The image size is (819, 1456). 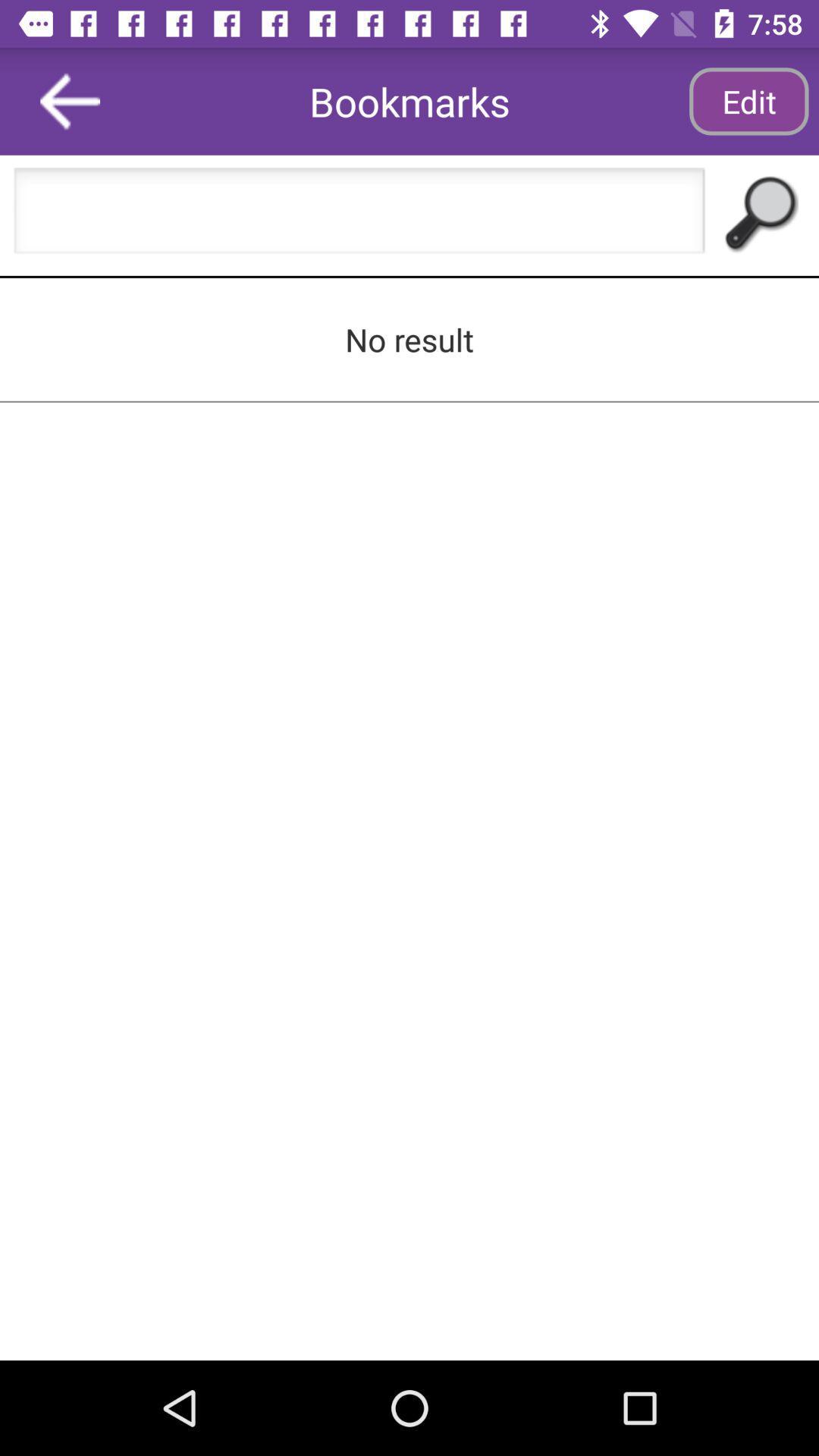 I want to click on edit item, so click(x=748, y=100).